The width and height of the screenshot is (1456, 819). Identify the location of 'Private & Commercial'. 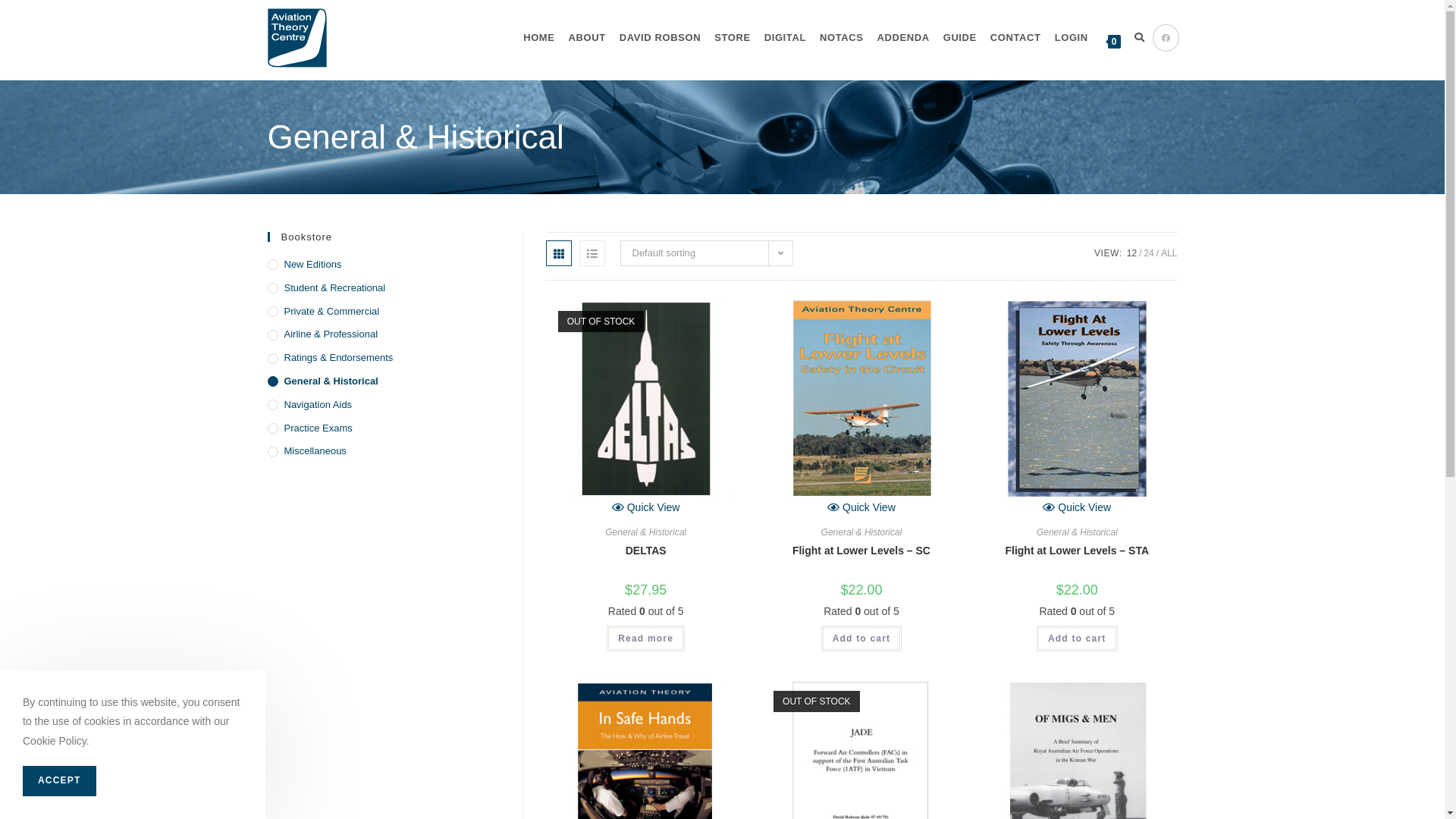
(382, 311).